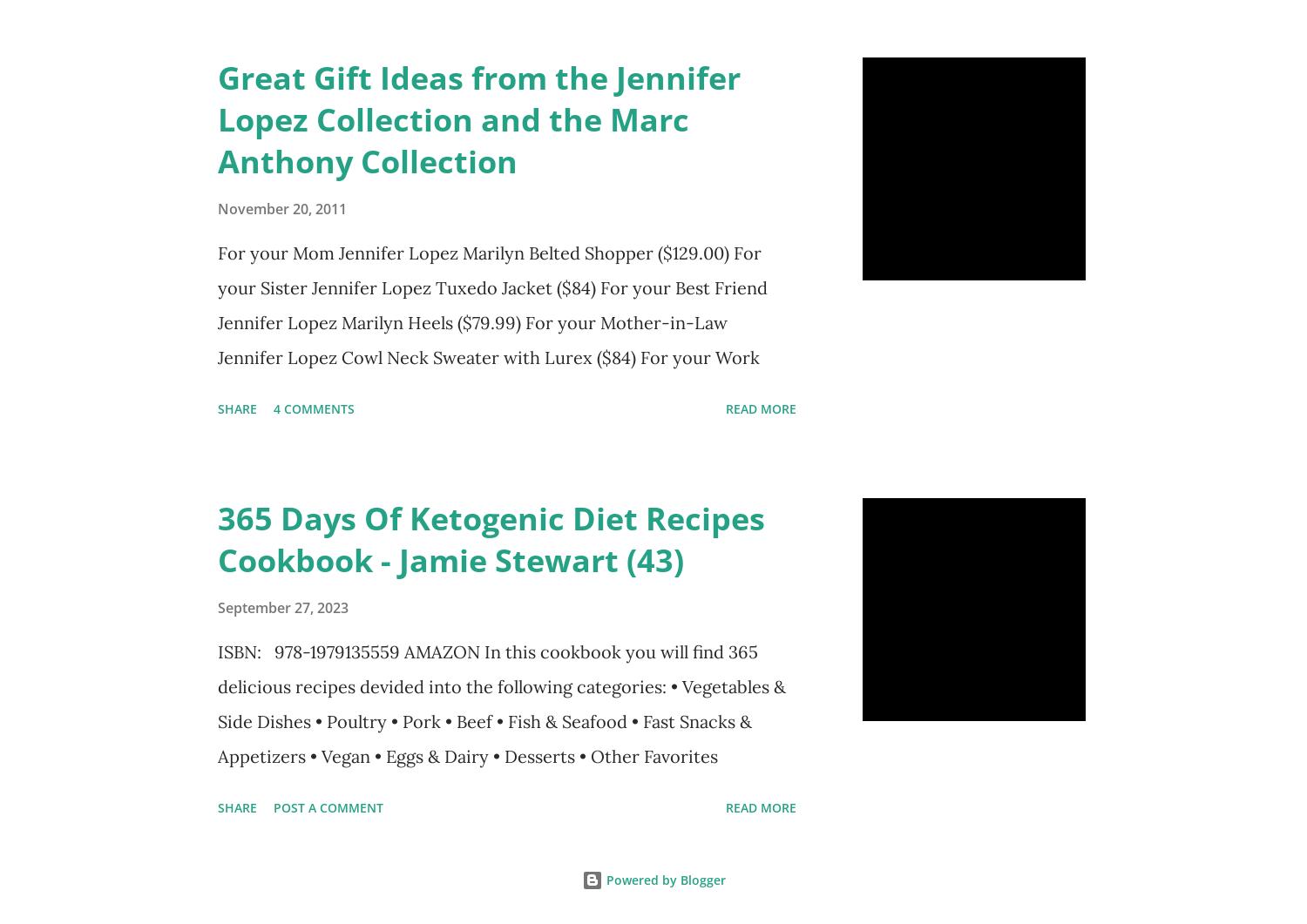 This screenshot has width=1307, height=924. I want to click on 'November 20, 2011', so click(281, 207).